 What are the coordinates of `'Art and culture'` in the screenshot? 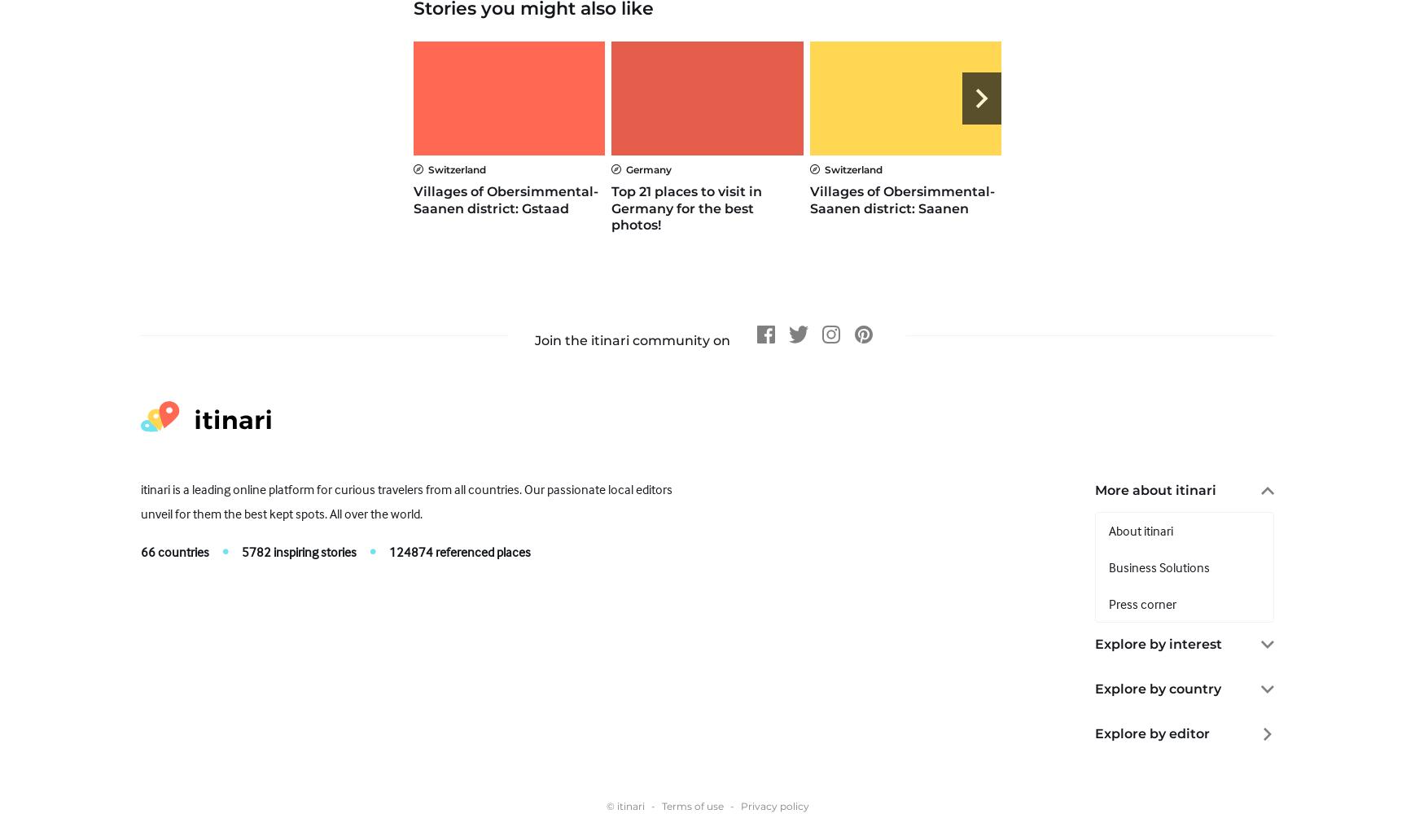 It's located at (1148, 684).